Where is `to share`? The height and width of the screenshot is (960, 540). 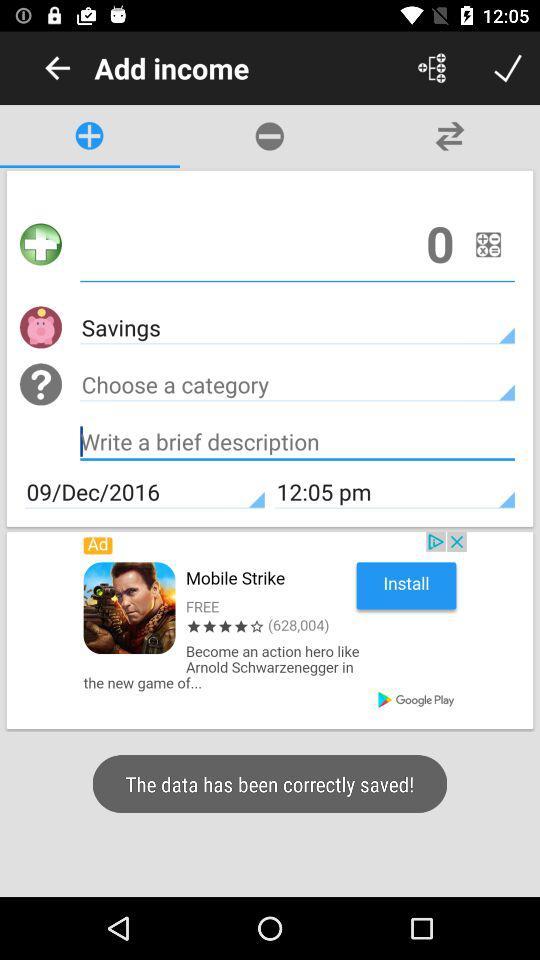
to share is located at coordinates (431, 68).